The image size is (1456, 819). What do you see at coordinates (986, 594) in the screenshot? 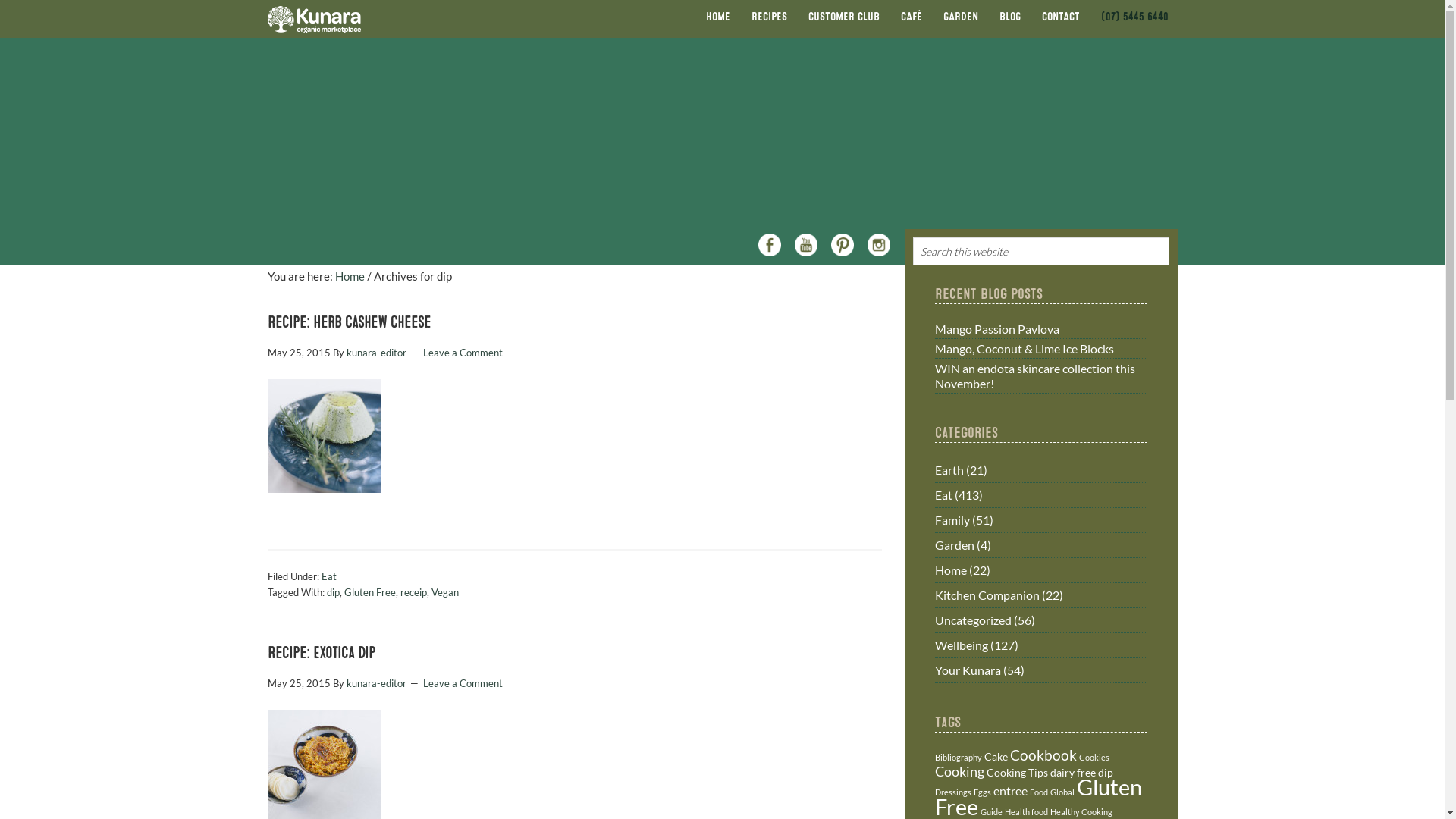
I see `'Kitchen Companion'` at bounding box center [986, 594].